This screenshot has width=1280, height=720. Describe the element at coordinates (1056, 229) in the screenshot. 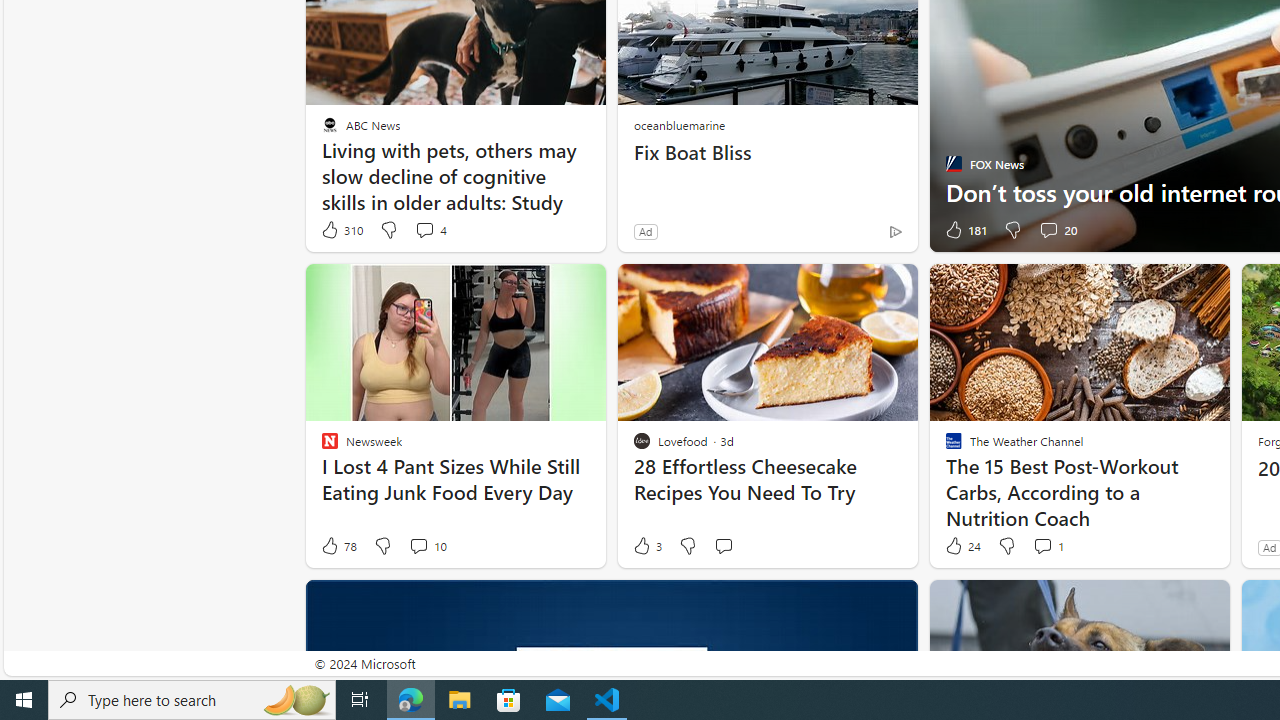

I see `'View comments 20 Comment'` at that location.